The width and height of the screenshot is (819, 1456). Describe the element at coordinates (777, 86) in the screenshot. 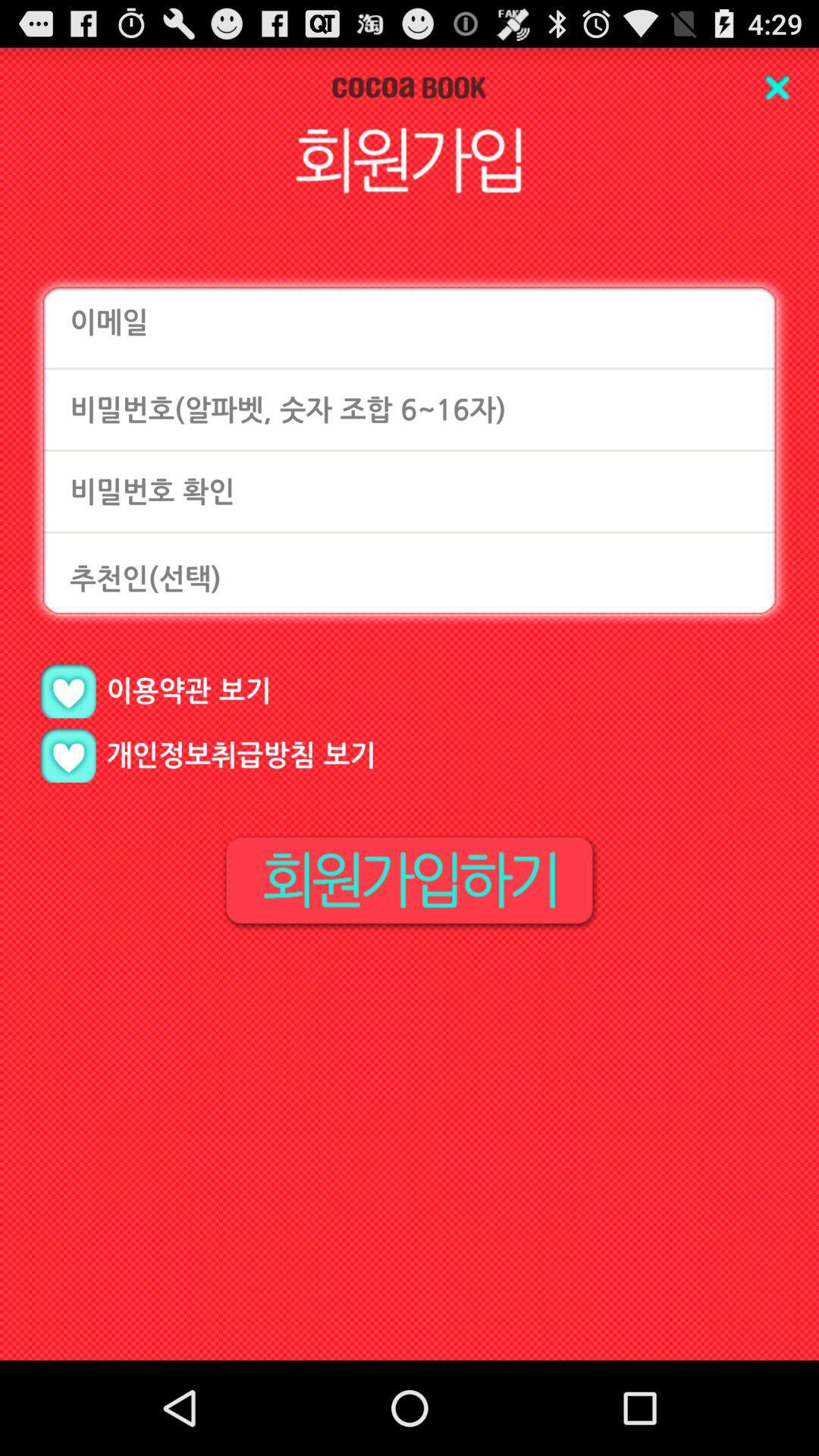

I see `exit page` at that location.